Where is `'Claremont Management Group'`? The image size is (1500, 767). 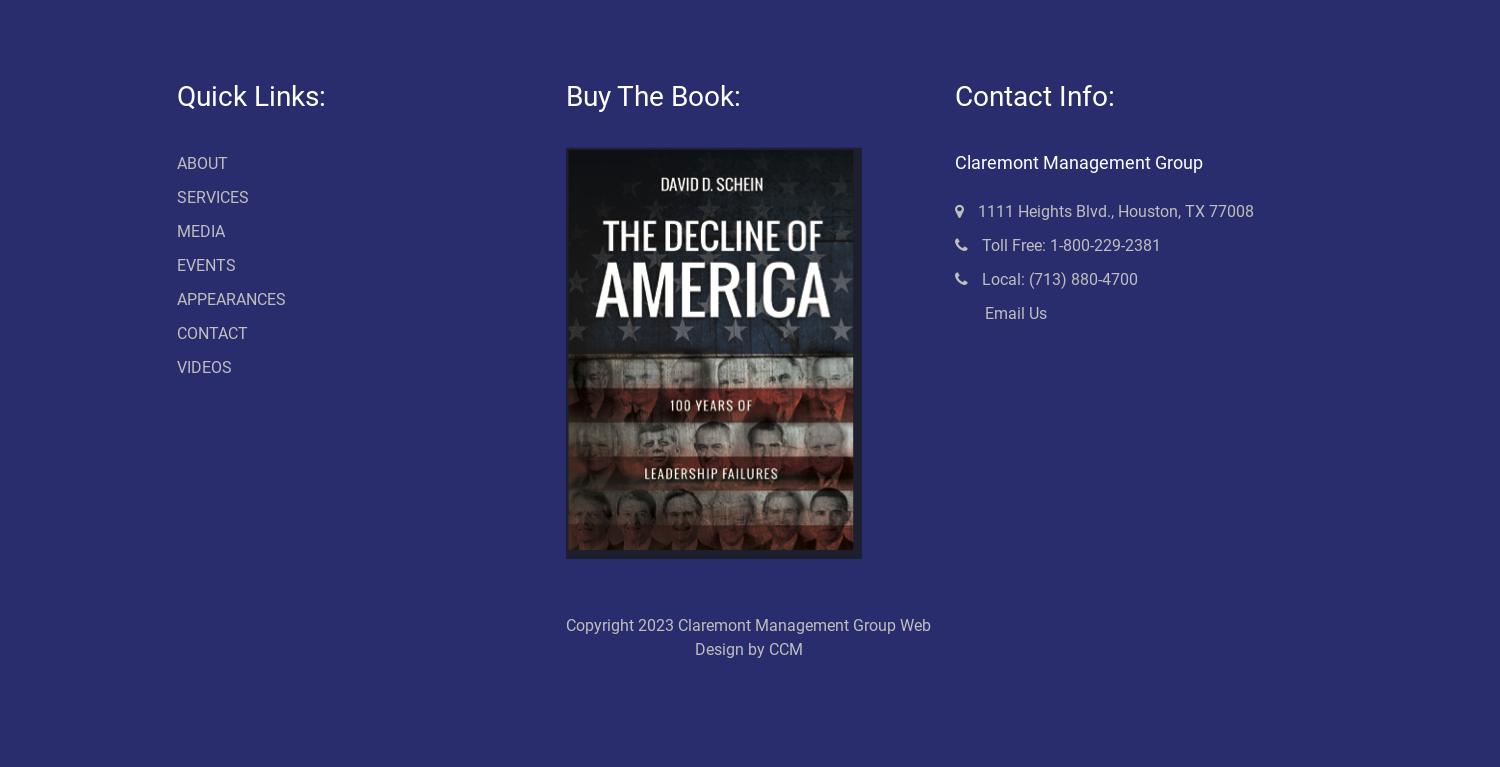
'Claremont Management Group' is located at coordinates (953, 161).